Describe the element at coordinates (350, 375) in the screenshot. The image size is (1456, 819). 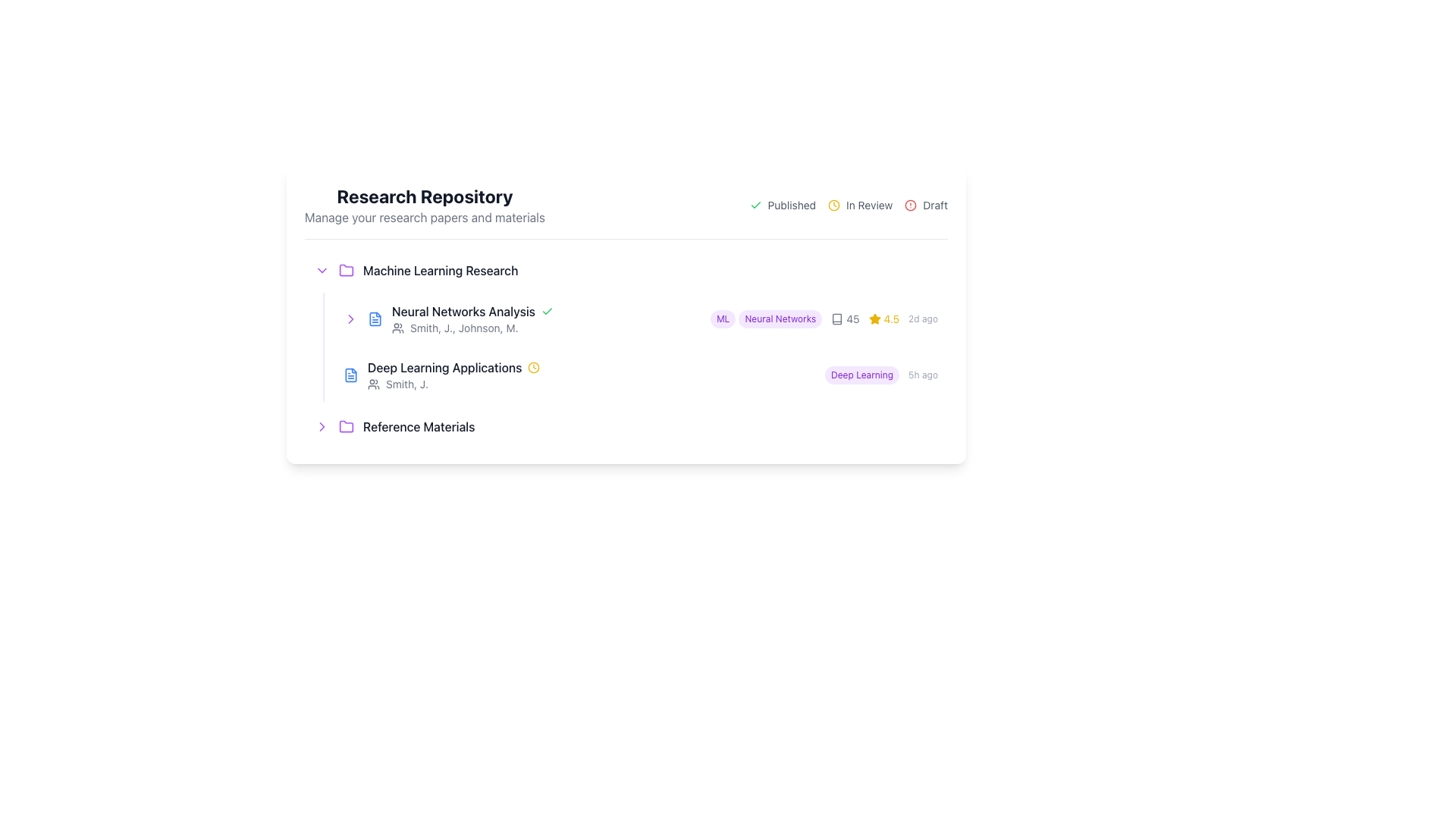
I see `the blue file document icon located at the beginning of the list item labeled 'Deep Learning Applications, Smith, J.' in the 'Research Repository'` at that location.